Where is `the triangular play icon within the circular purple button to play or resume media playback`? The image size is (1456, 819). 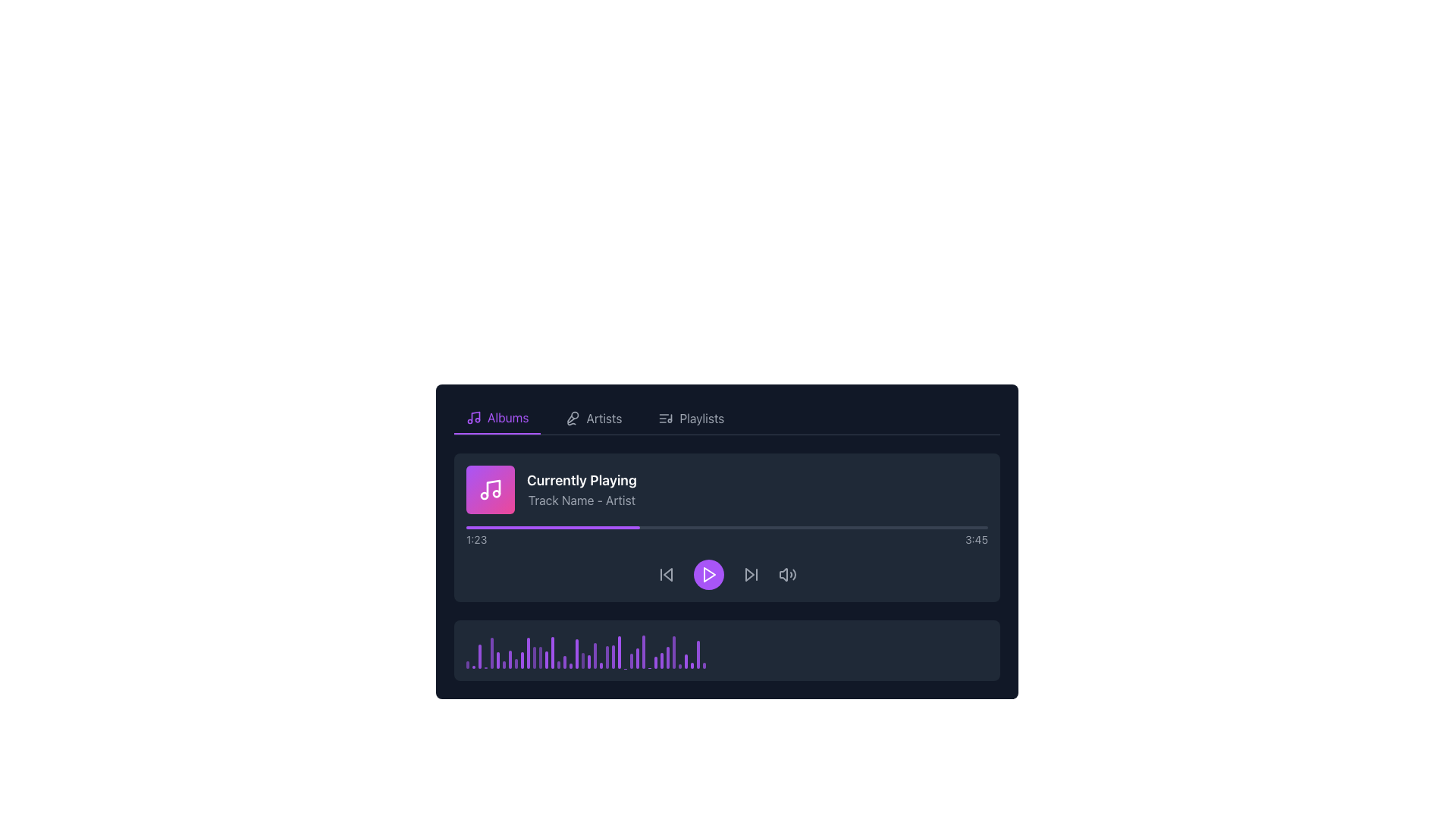
the triangular play icon within the circular purple button to play or resume media playback is located at coordinates (708, 575).